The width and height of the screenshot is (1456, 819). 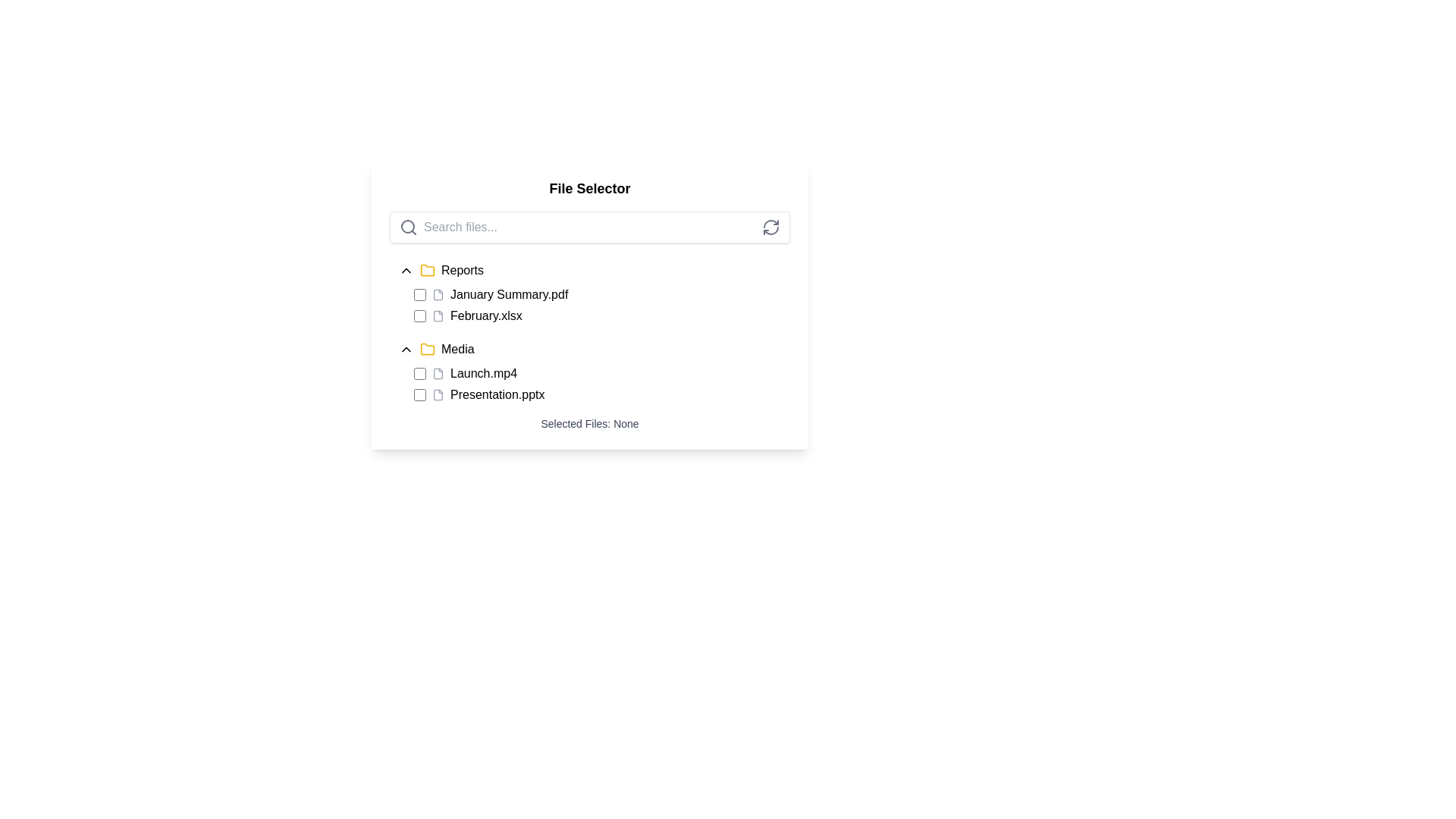 I want to click on the file entry labeled 'February.xlsx', so click(x=601, y=315).